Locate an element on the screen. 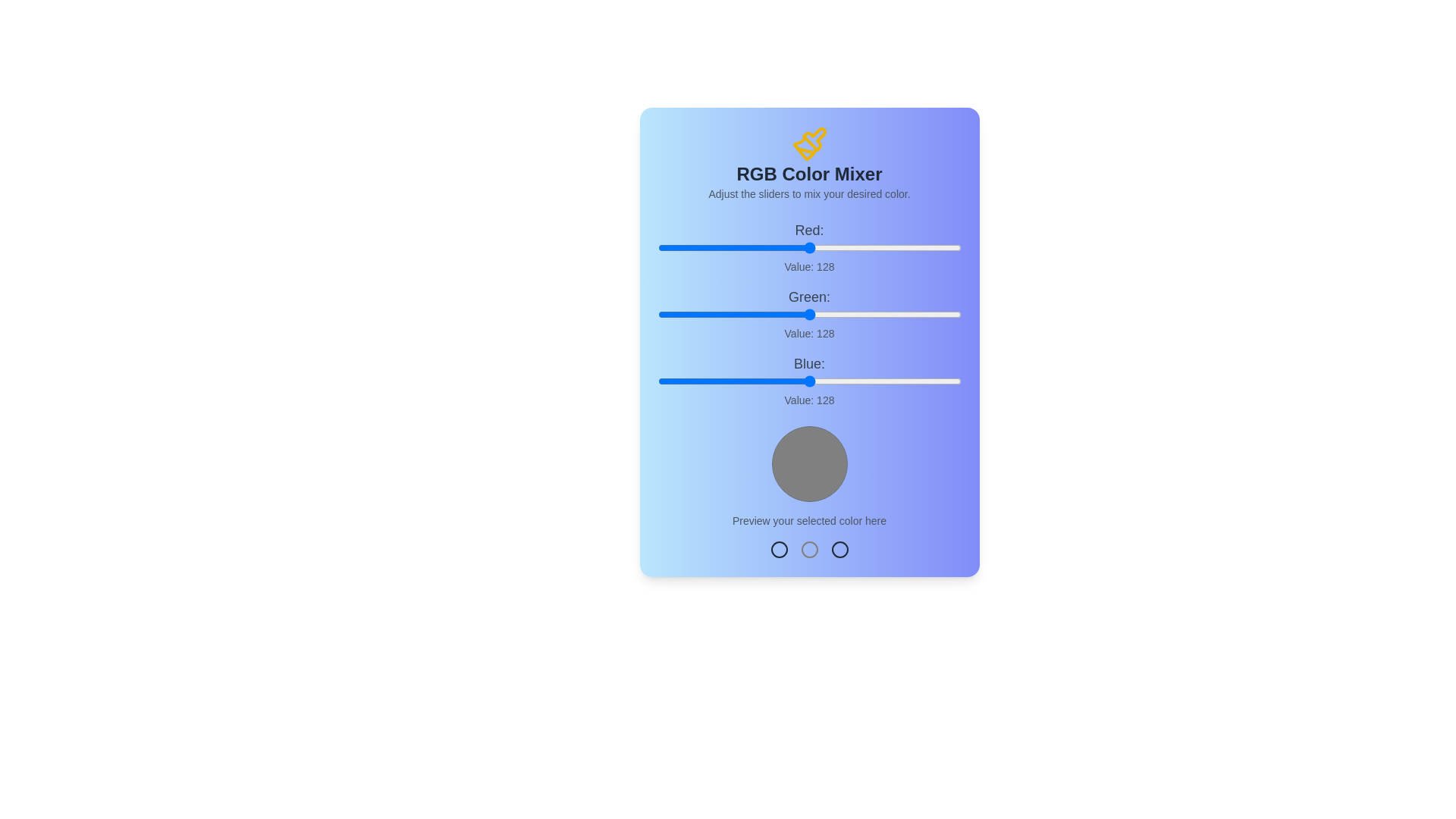 The height and width of the screenshot is (819, 1456). the blue slider to set the blue component to 185 is located at coordinates (877, 380).